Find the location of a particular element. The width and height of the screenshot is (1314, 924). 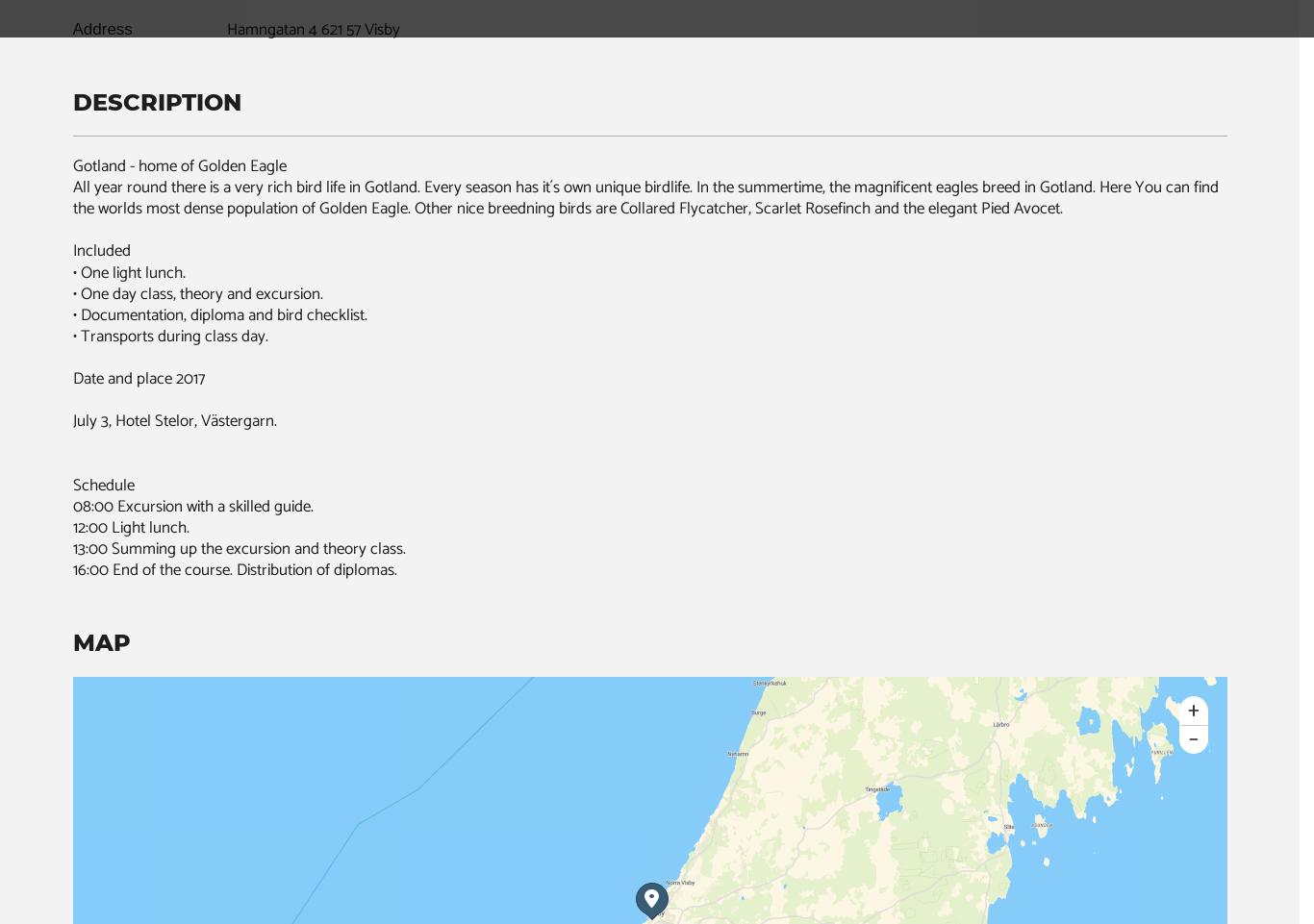

'All year round there is a very rich bird life in Gotland. Every season has it´s own unique birdlife. In the summertime, the magnificent eagles breed in Gotland. Here You can find the worlds most dense population of Golden Eagle. Other nice breedning birds are Collared Flycatcher, Scarlet Rosefinch and the elegant Pied Avocet.' is located at coordinates (644, 198).